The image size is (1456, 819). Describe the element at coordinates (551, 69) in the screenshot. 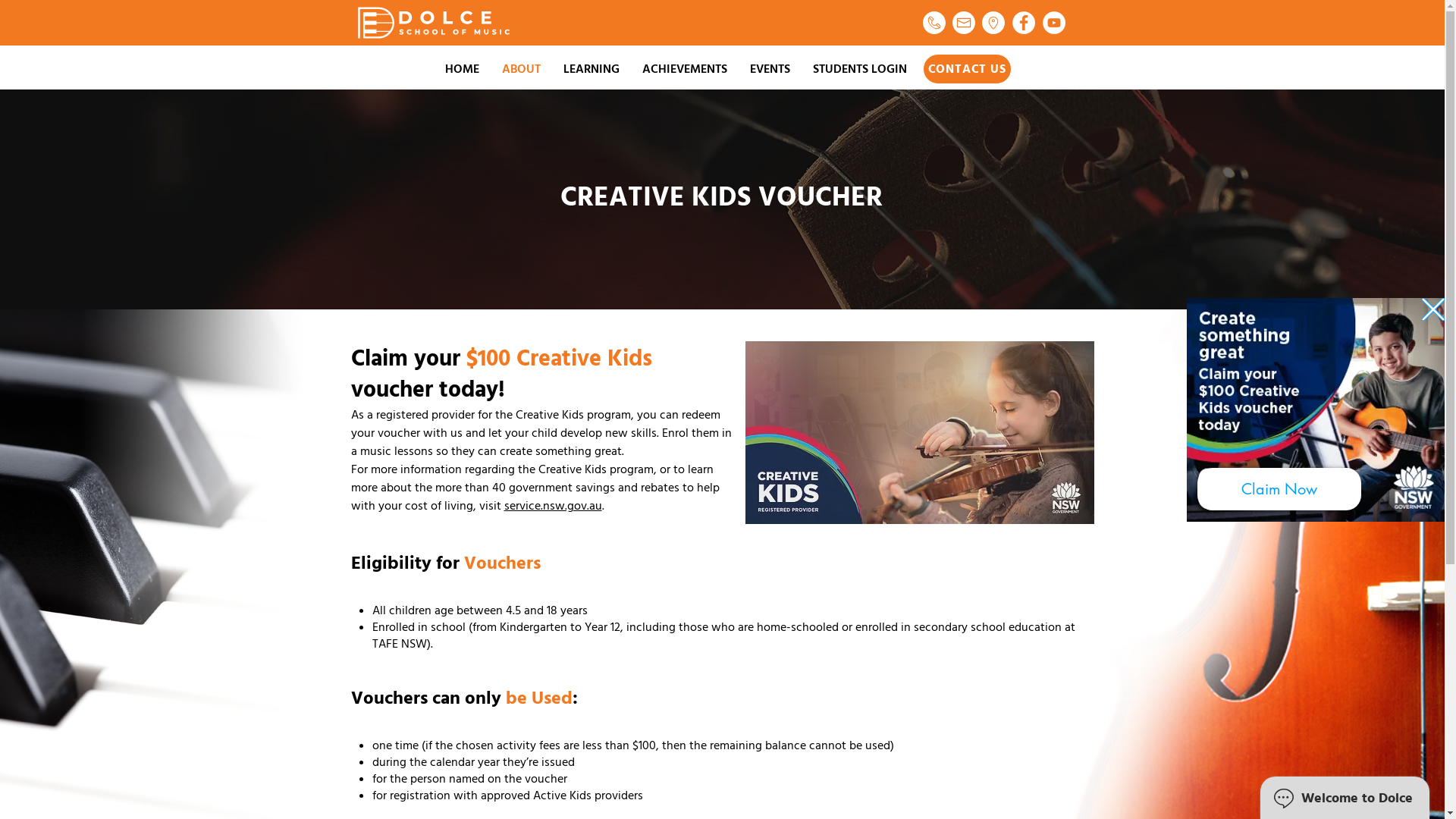

I see `'LEARNING'` at that location.